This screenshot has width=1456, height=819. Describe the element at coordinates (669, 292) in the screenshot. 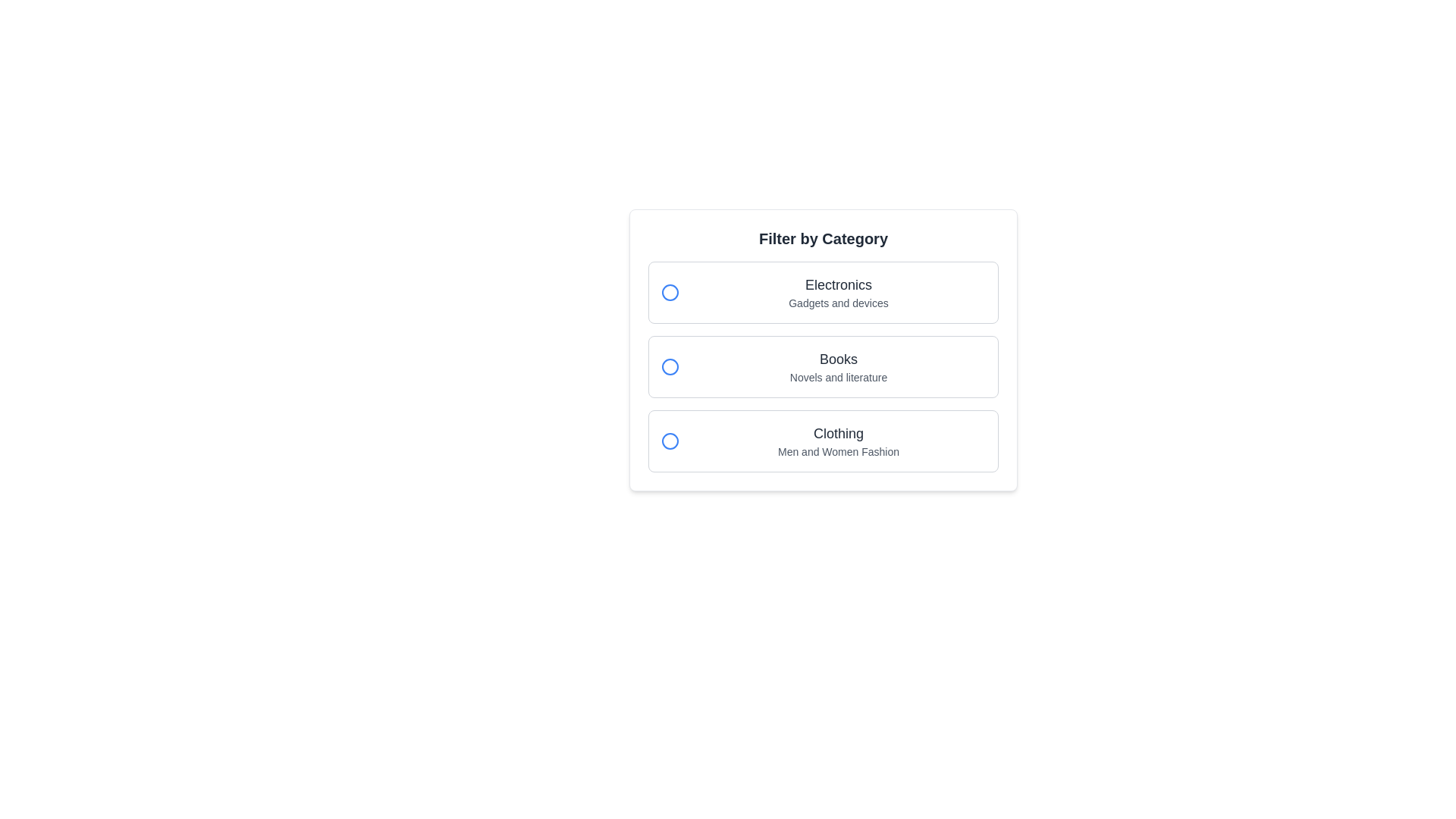

I see `the circular marker/button corresponding to the 'Electronics' category` at that location.